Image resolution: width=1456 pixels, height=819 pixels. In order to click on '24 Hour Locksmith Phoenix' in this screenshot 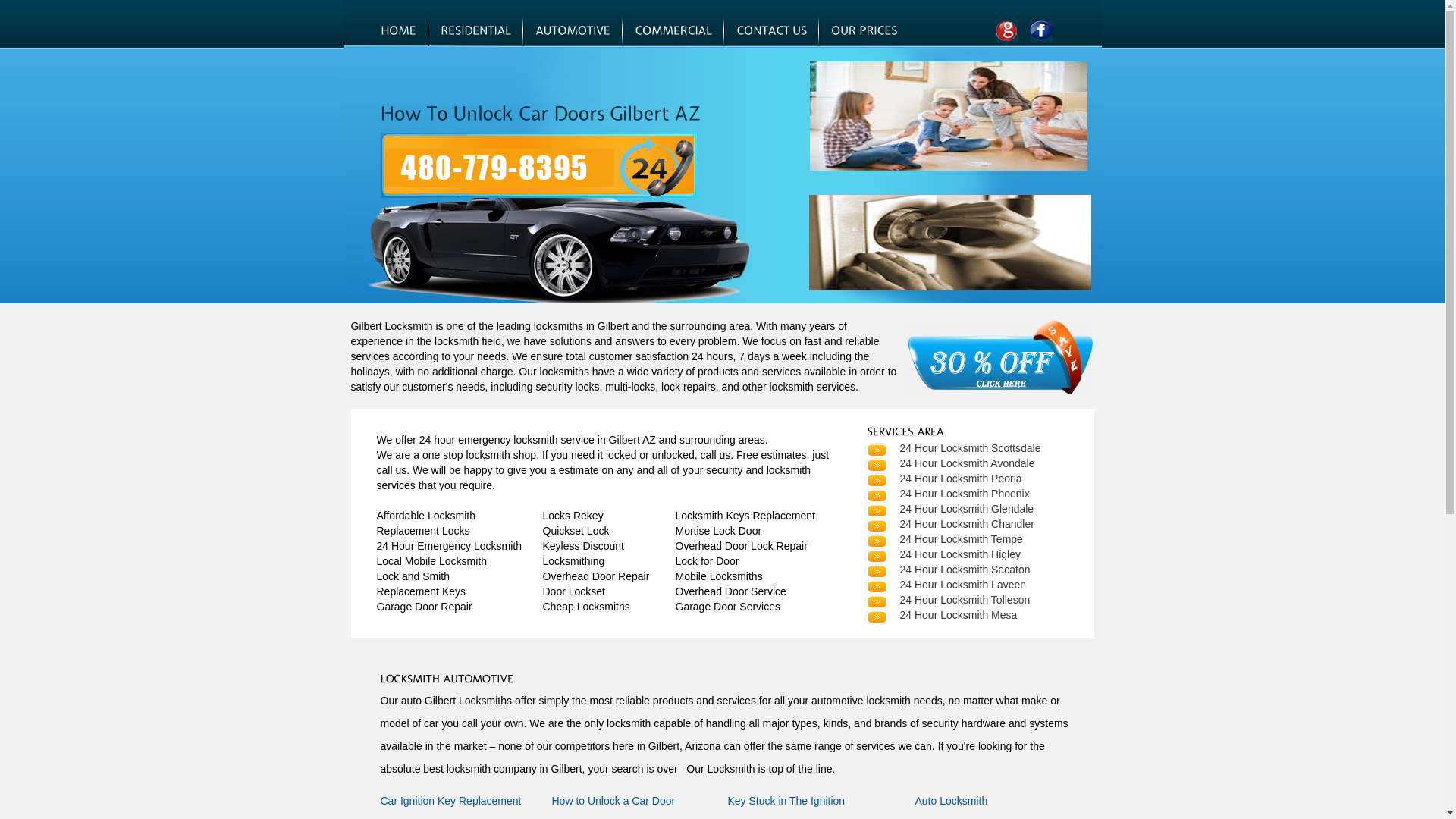, I will do `click(945, 494)`.